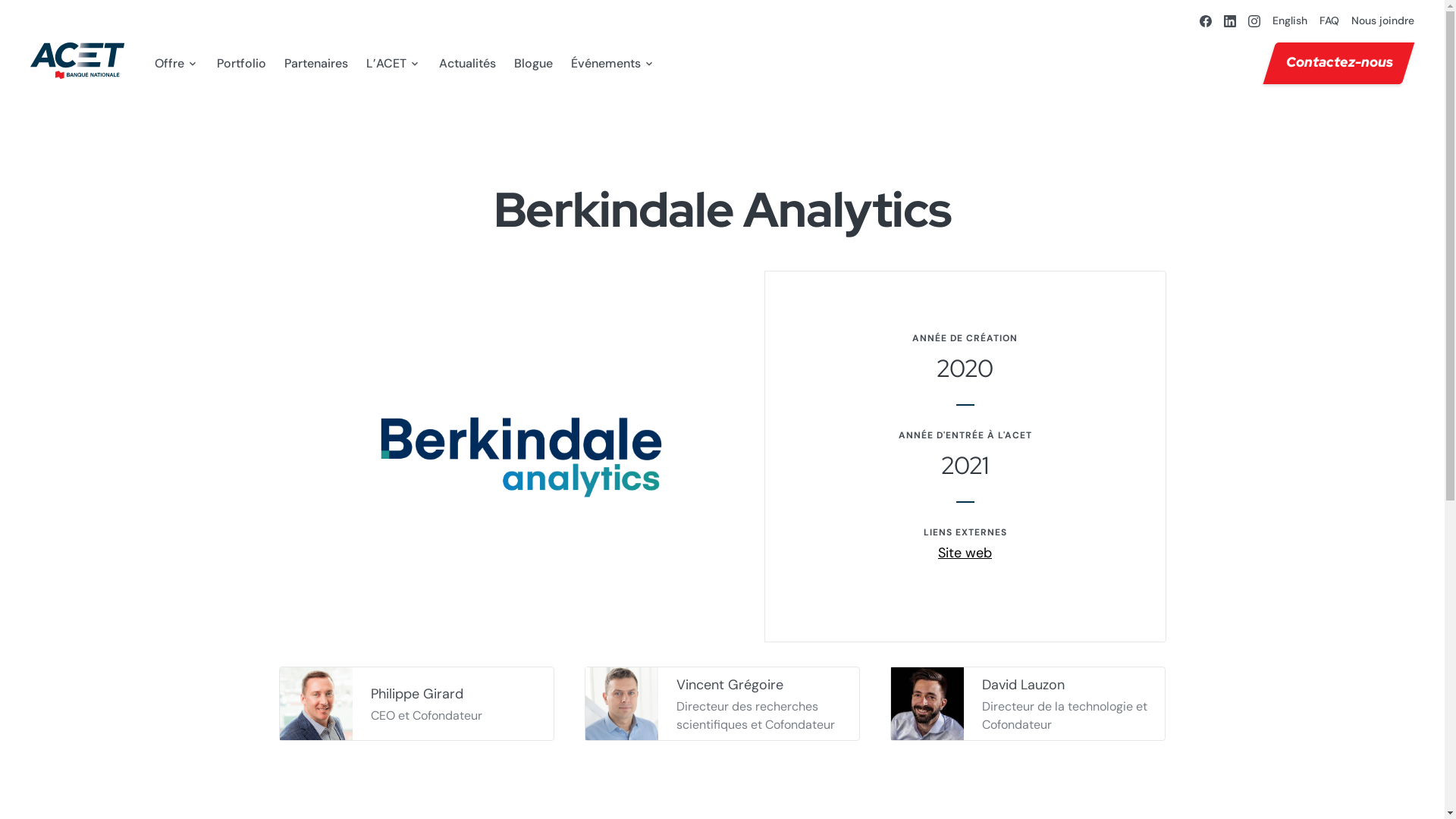  I want to click on 'Contactez-nous', so click(1332, 62).